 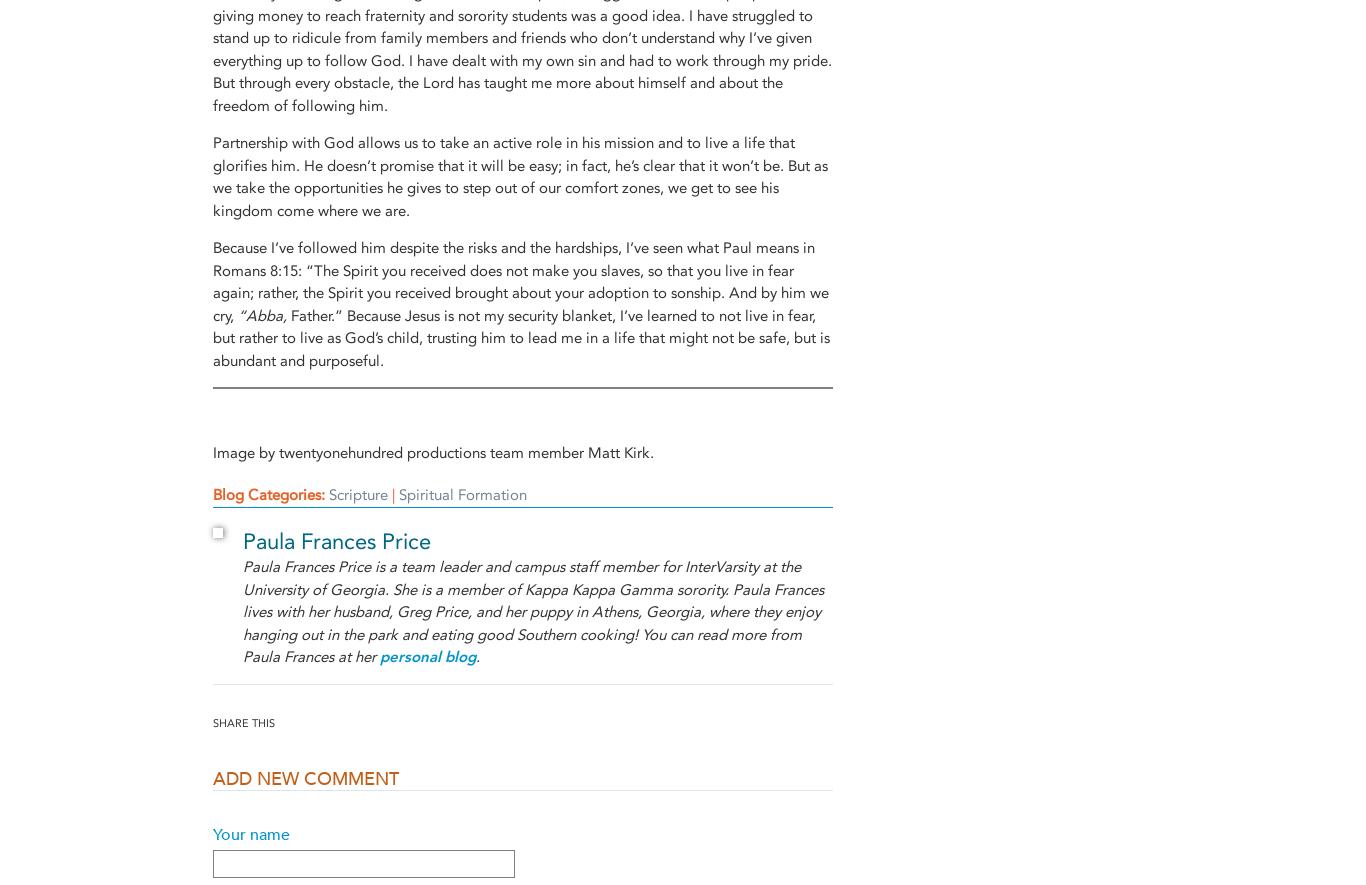 What do you see at coordinates (336, 540) in the screenshot?
I see `'Paula Frances Price'` at bounding box center [336, 540].